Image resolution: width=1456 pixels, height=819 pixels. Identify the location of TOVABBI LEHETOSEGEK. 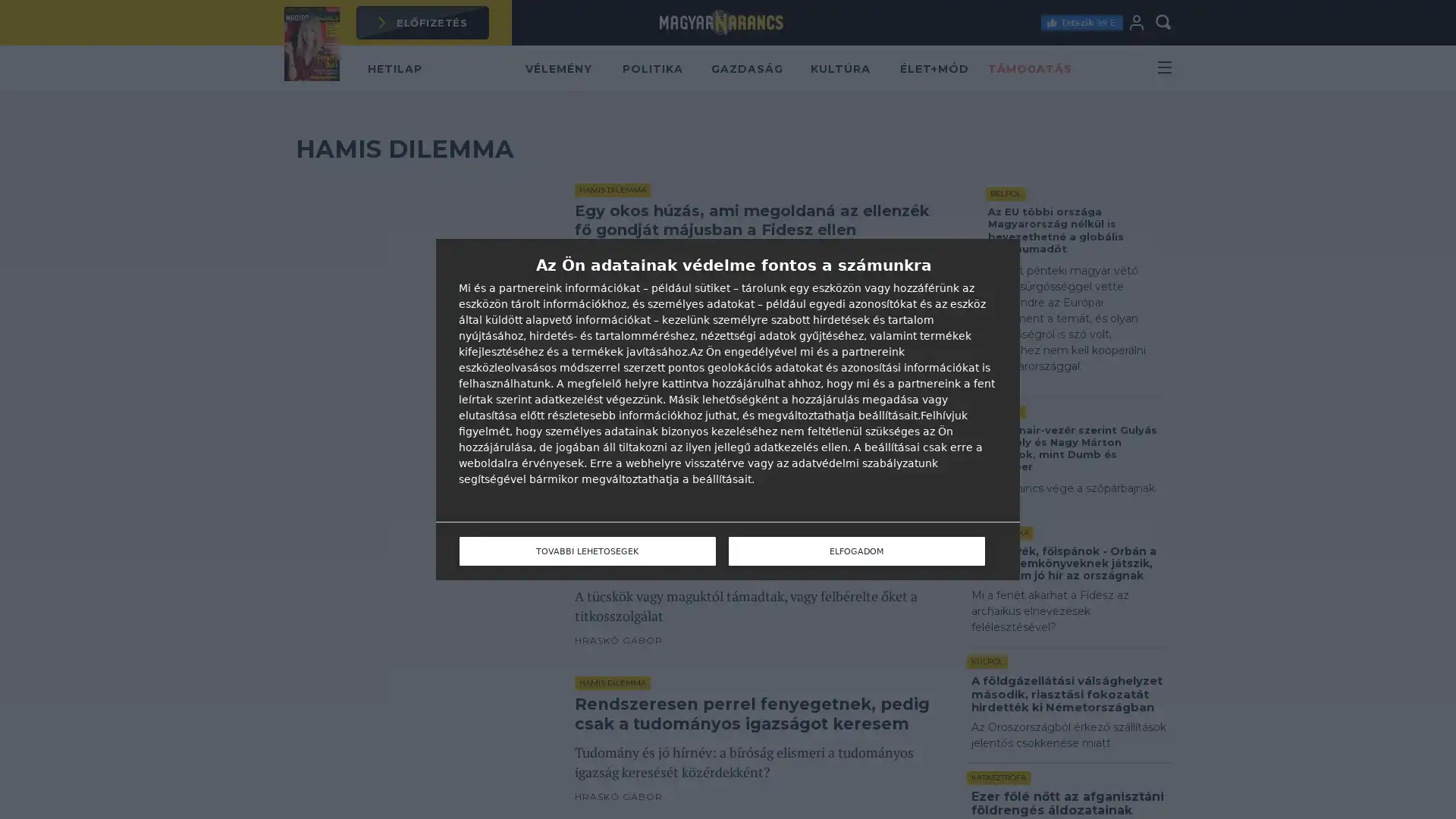
(586, 551).